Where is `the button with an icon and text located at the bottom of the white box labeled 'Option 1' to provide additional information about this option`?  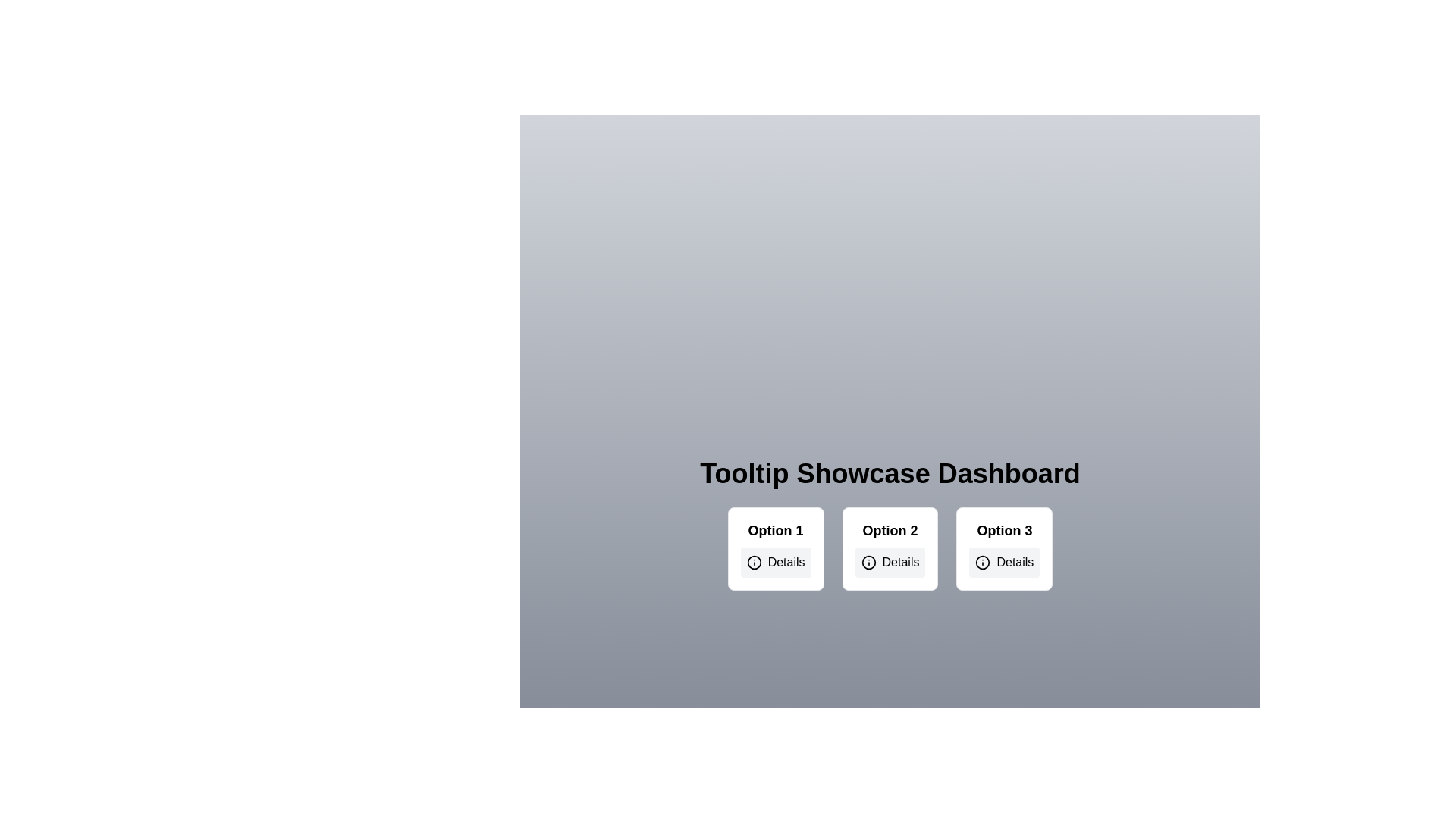
the button with an icon and text located at the bottom of the white box labeled 'Option 1' to provide additional information about this option is located at coordinates (776, 562).